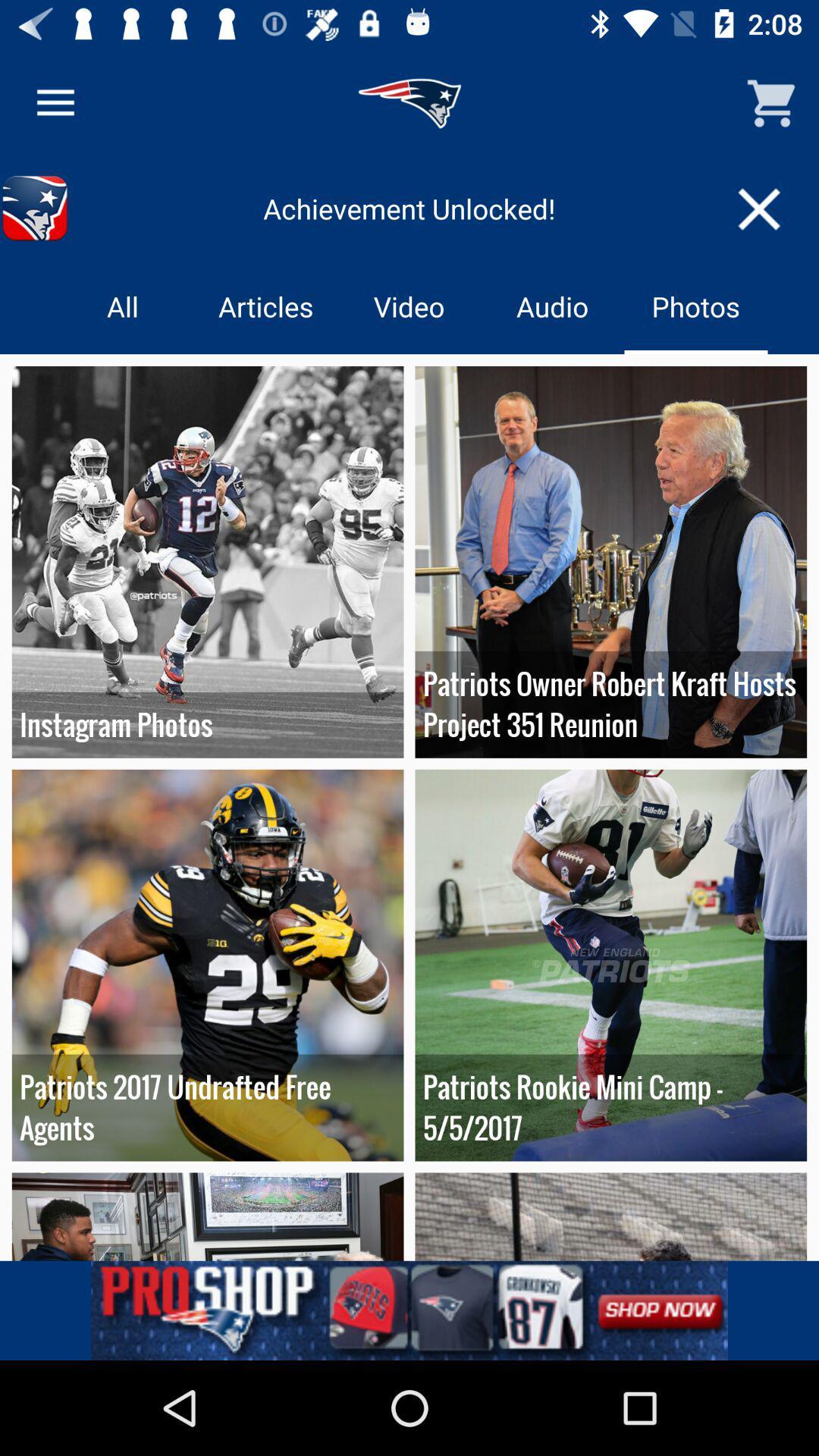  I want to click on the image which is at the bottom left of the page, so click(208, 1216).